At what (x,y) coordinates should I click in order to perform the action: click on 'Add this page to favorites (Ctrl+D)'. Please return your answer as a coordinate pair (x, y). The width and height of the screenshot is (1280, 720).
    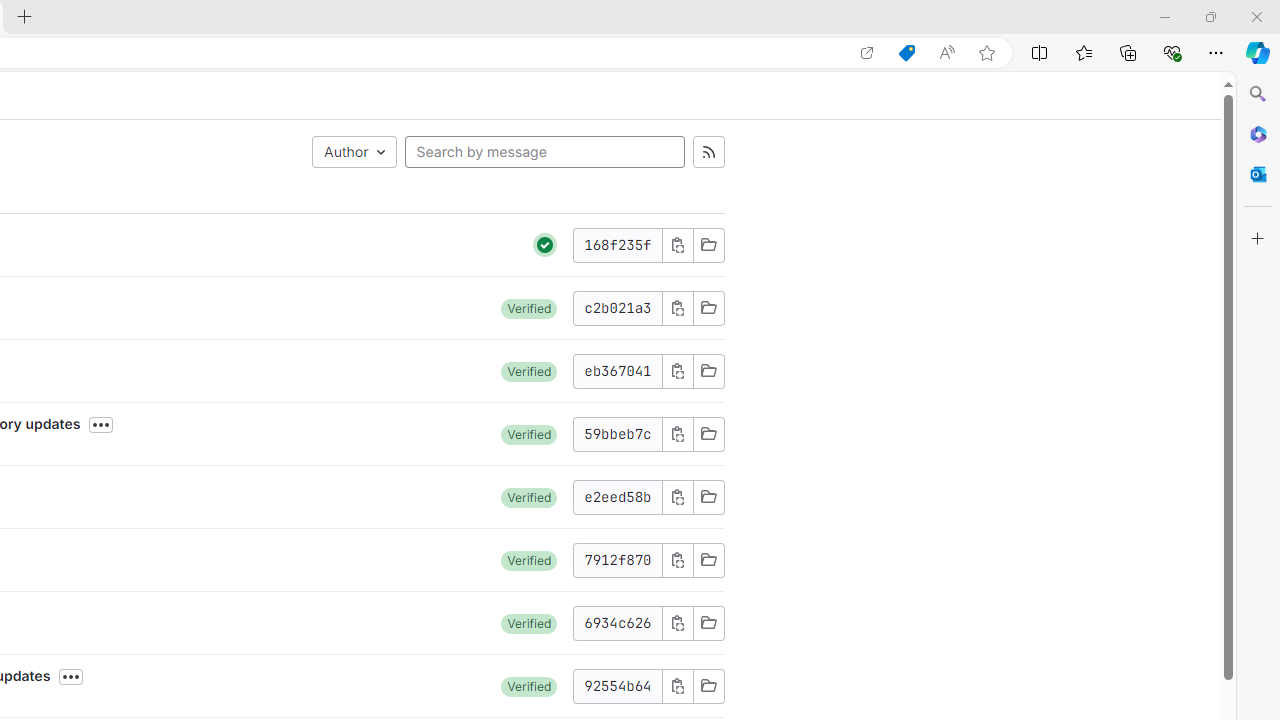
    Looking at the image, I should click on (986, 52).